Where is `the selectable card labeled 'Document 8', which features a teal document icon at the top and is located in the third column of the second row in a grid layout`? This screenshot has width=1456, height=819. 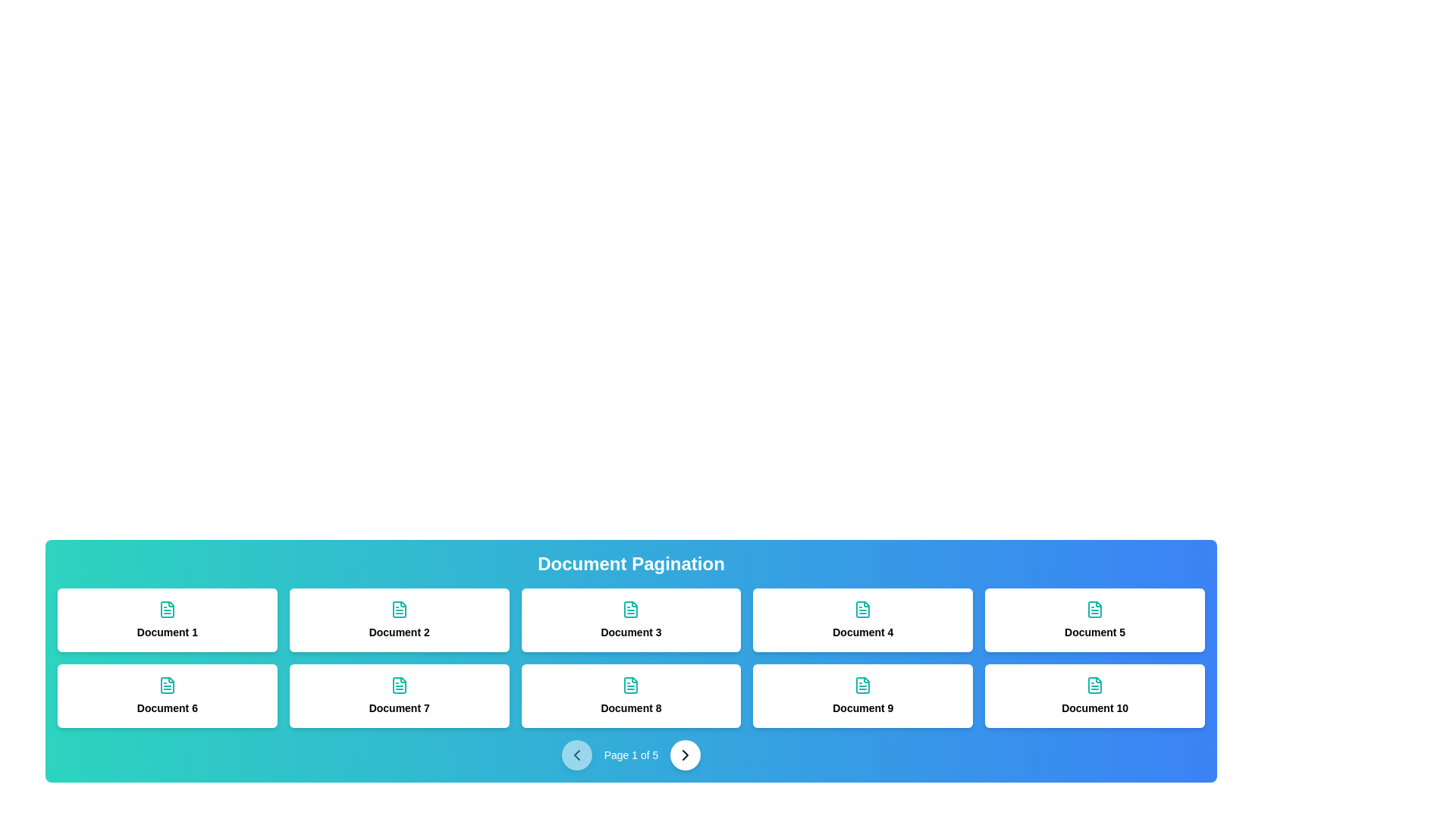
the selectable card labeled 'Document 8', which features a teal document icon at the top and is located in the third column of the second row in a grid layout is located at coordinates (631, 696).